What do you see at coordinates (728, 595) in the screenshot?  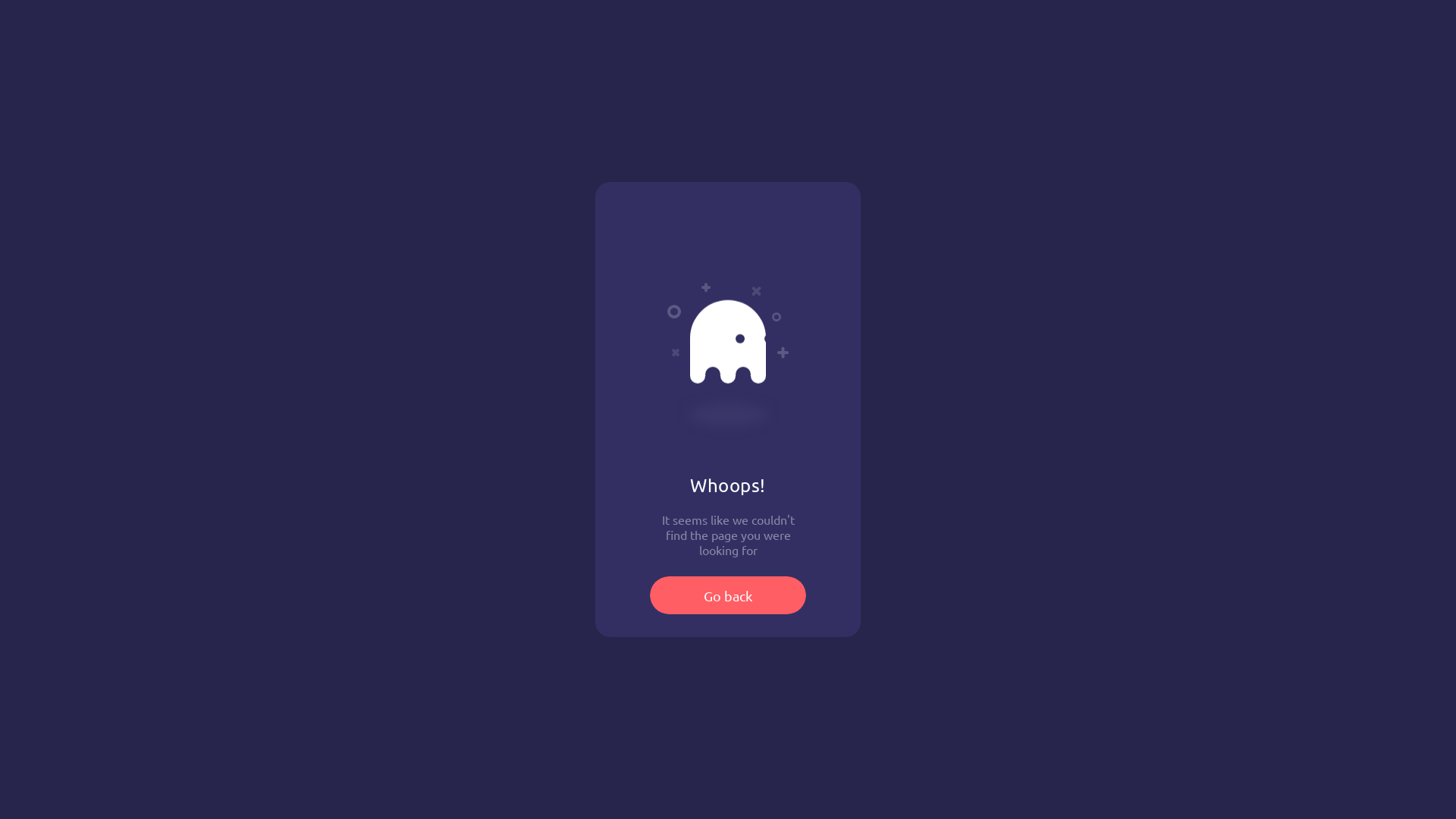 I see `'Go back'` at bounding box center [728, 595].